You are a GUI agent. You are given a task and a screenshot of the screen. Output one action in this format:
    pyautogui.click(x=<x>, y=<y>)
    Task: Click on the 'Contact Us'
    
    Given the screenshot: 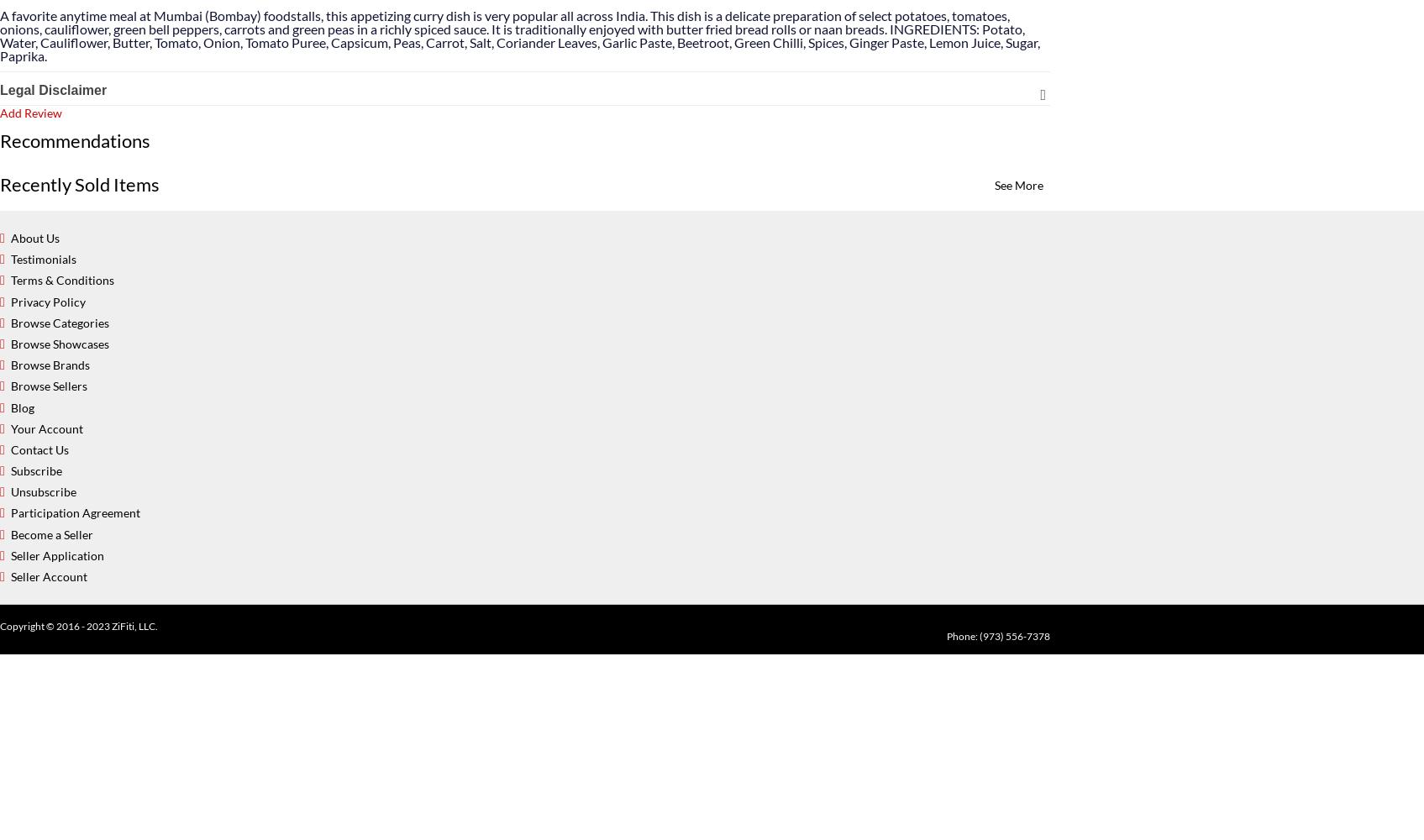 What is the action you would take?
    pyautogui.click(x=39, y=449)
    